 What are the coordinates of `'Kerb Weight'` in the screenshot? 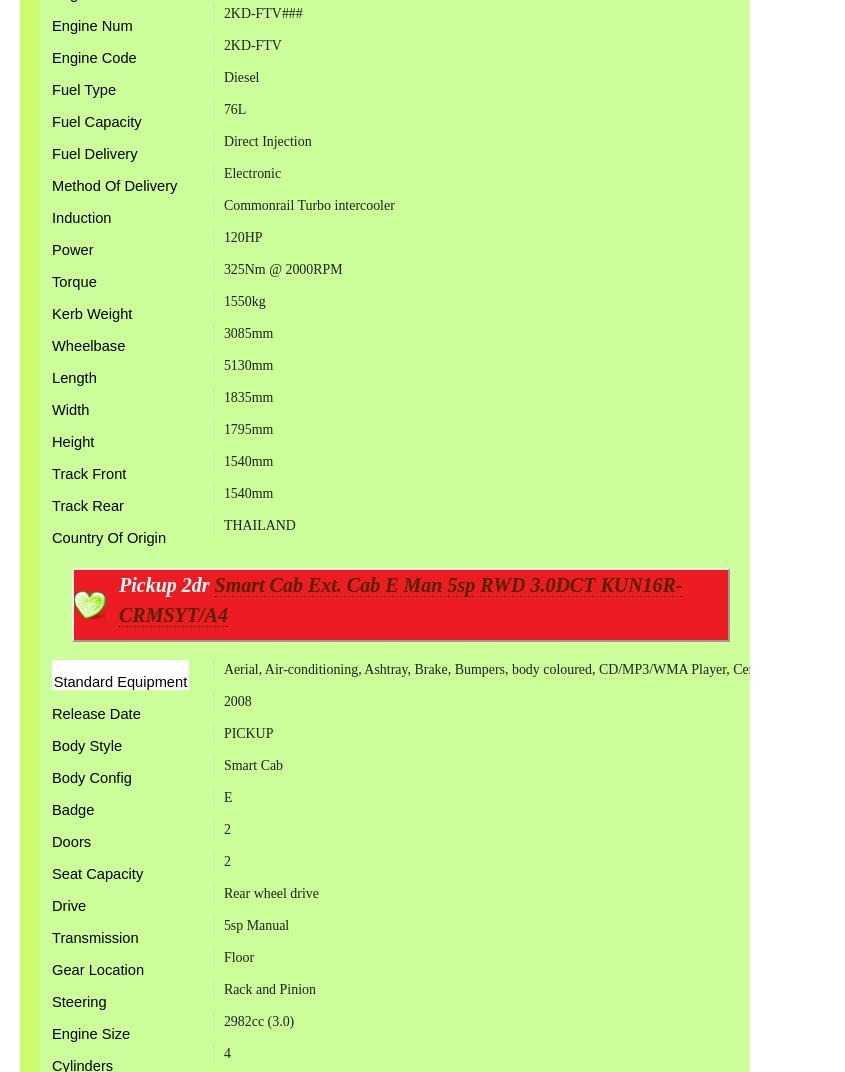 It's located at (92, 312).